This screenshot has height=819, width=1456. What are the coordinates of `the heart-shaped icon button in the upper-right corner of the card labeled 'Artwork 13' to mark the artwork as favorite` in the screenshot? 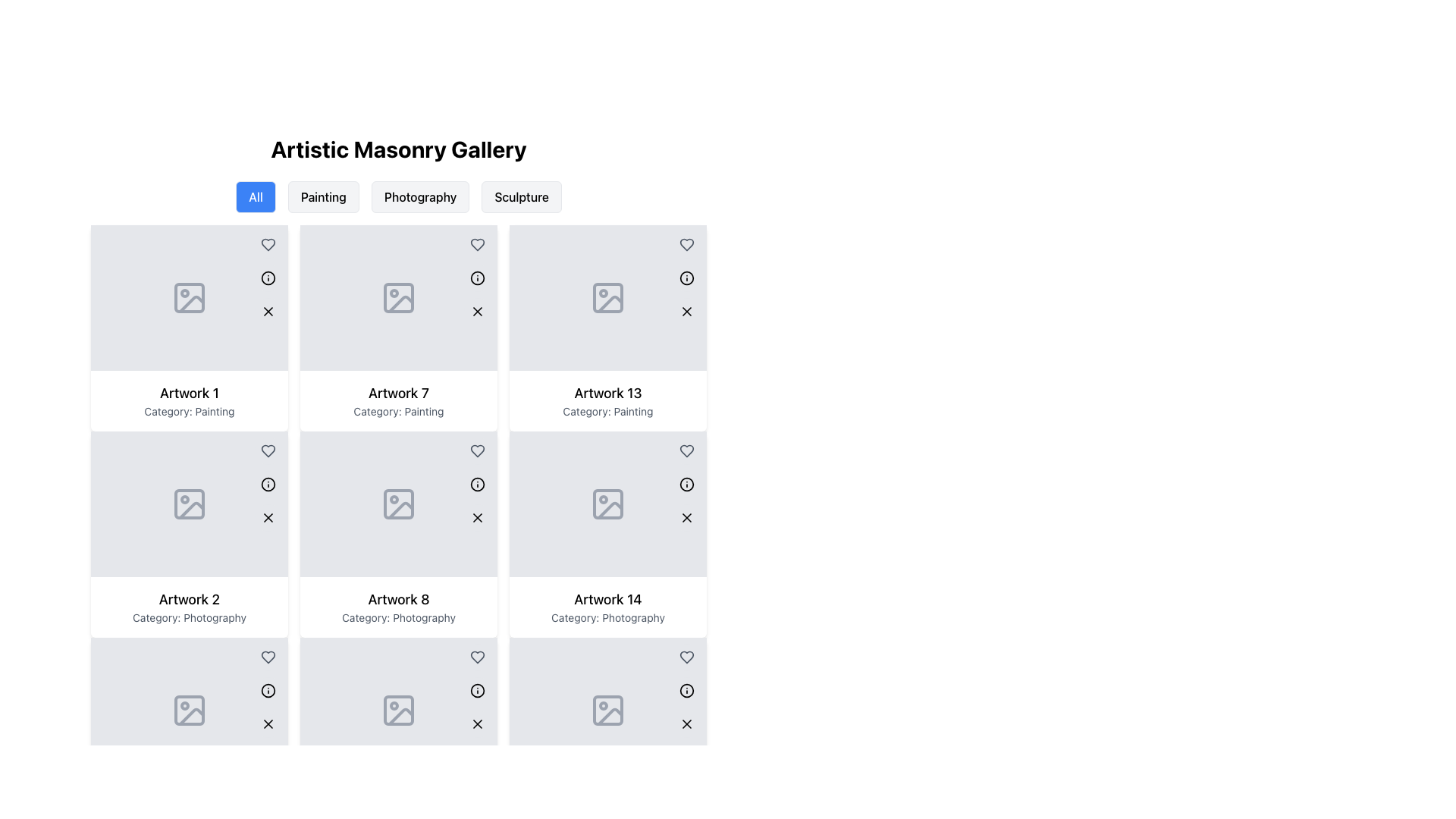 It's located at (686, 244).